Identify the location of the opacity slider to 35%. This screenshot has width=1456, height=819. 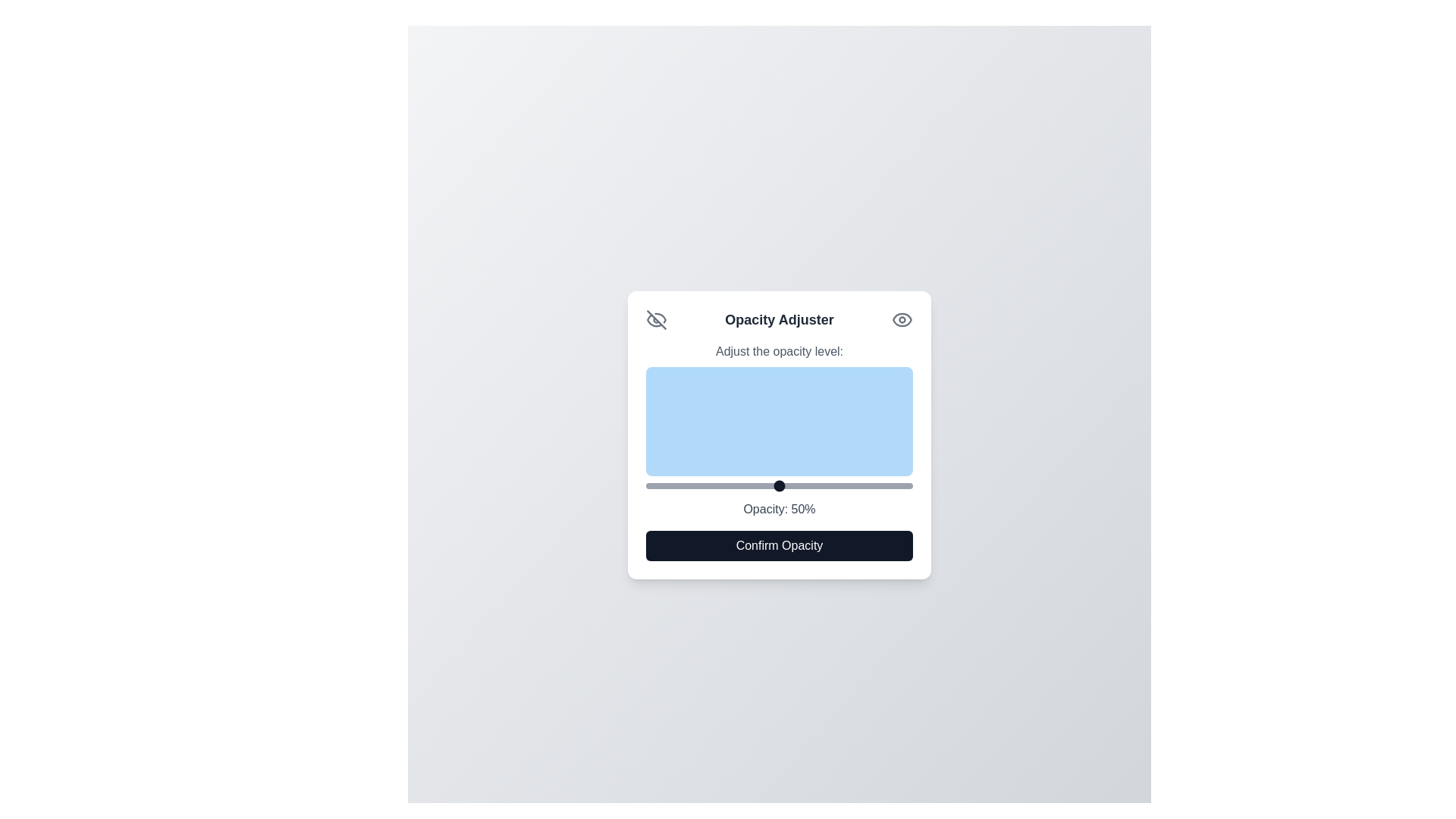
(739, 485).